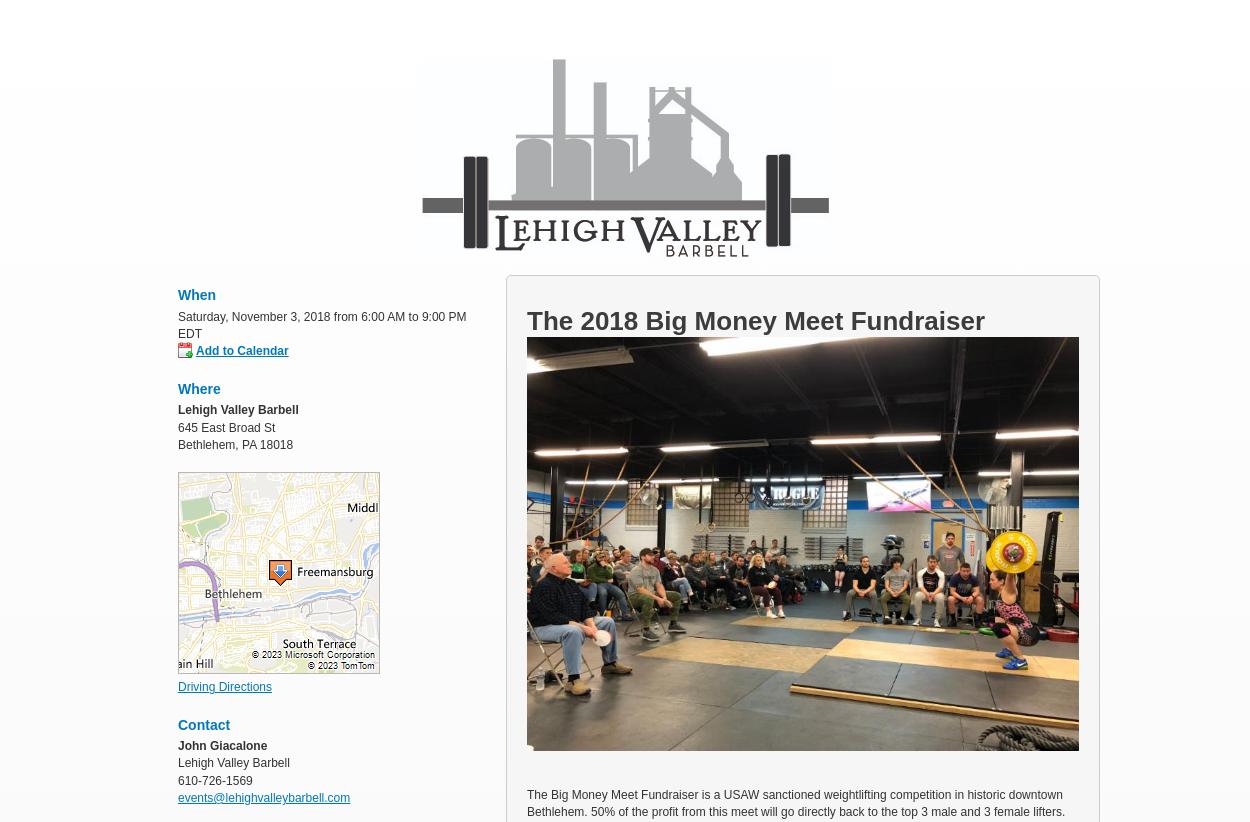  I want to click on '610-726-1569', so click(178, 778).